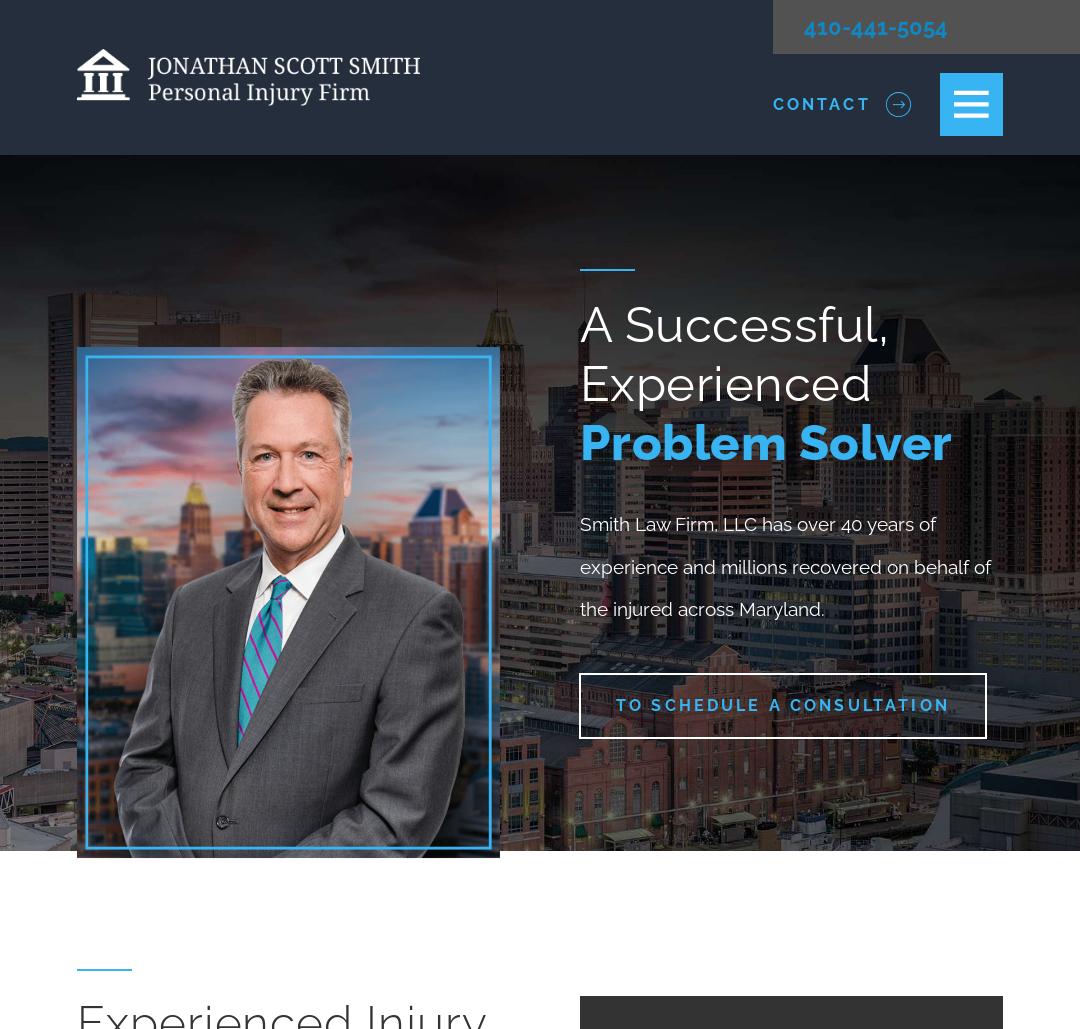  I want to click on '6/20/23', so click(608, 190).